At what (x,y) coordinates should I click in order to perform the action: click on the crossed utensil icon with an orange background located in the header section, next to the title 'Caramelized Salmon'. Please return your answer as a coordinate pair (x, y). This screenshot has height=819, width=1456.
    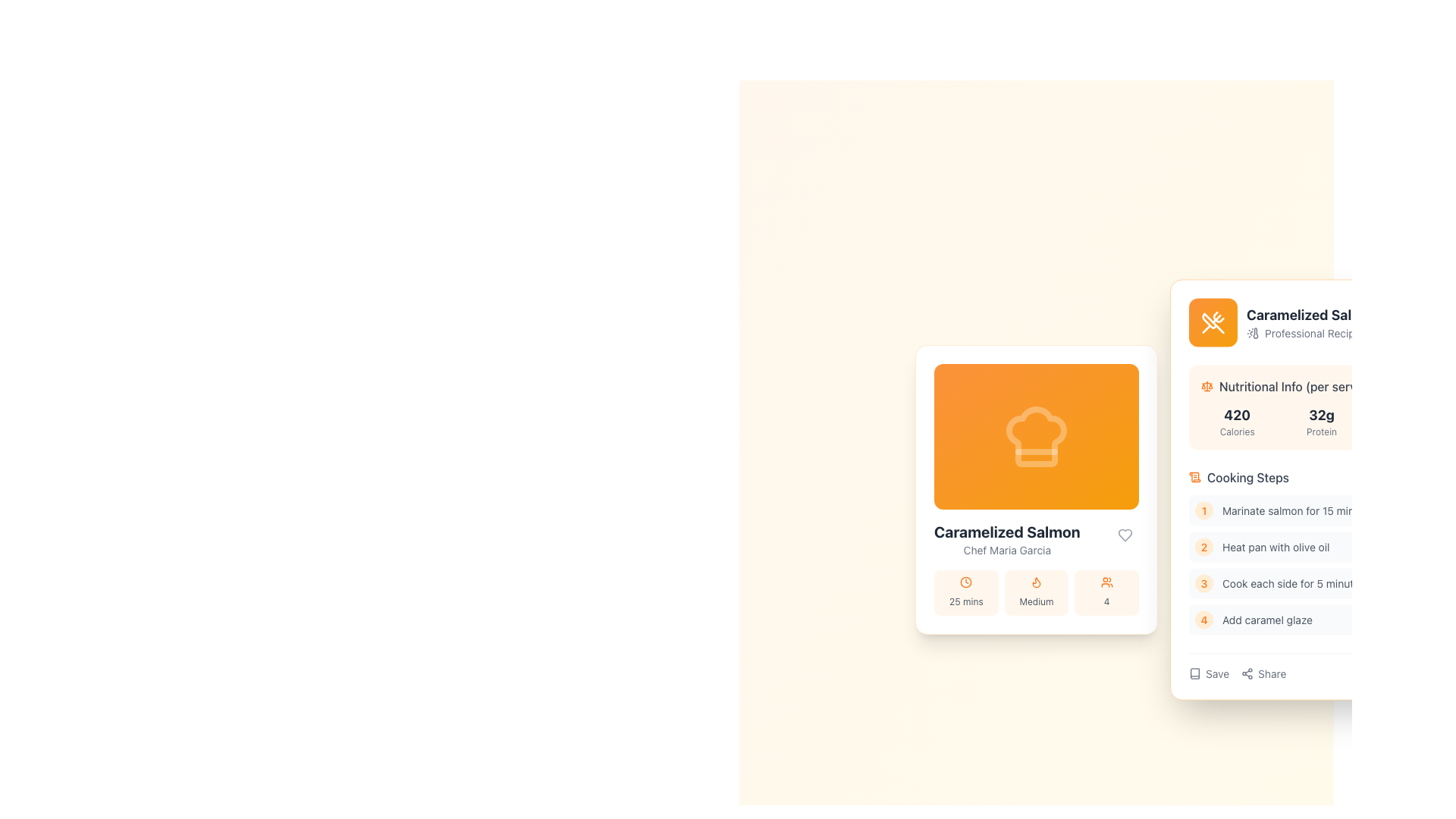
    Looking at the image, I should click on (1212, 321).